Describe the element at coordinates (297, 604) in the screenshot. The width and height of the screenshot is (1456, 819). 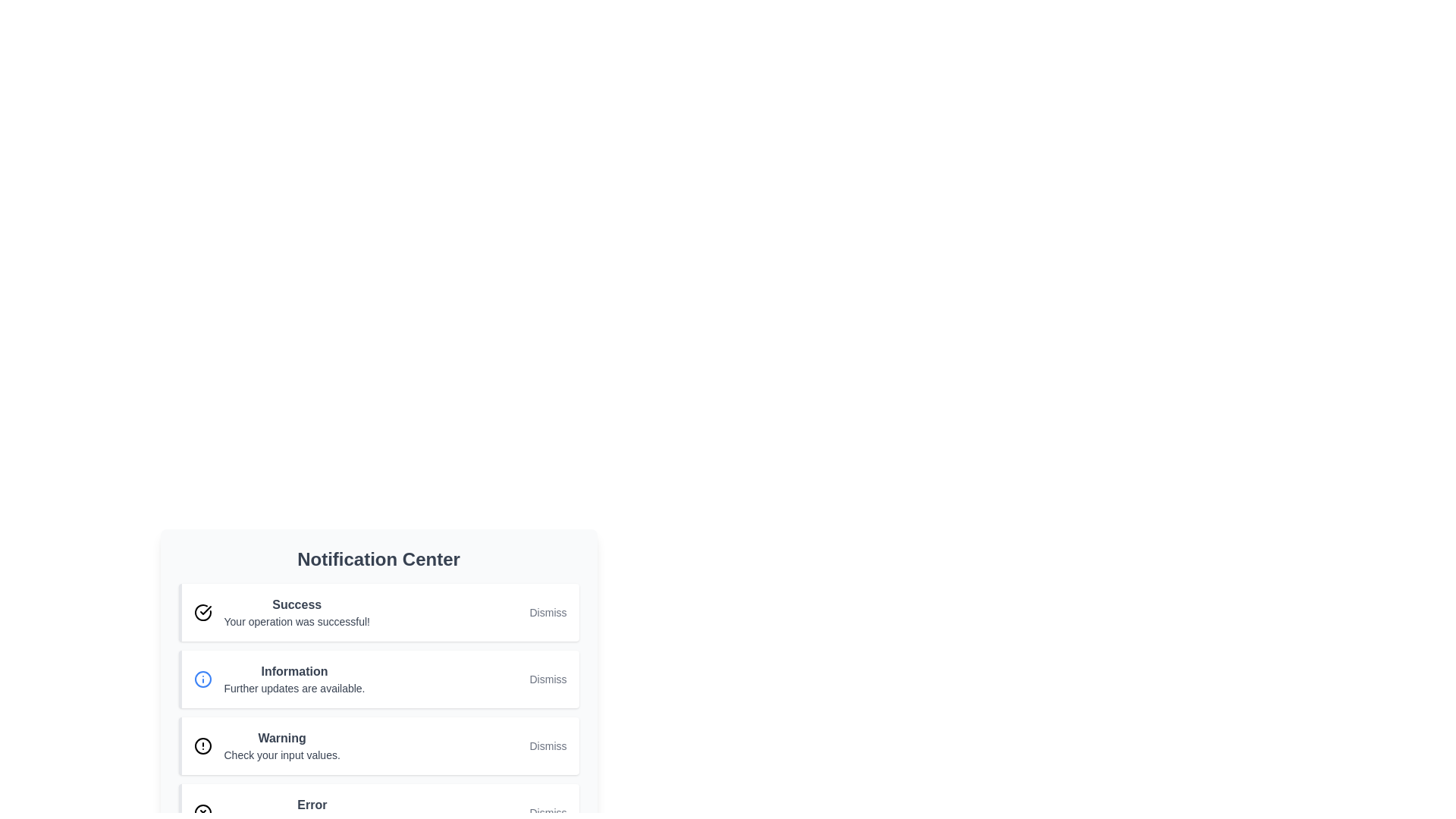
I see `the text label displaying 'Success', which is styled in bold and located within the notification card at the top of the notification center list` at that location.